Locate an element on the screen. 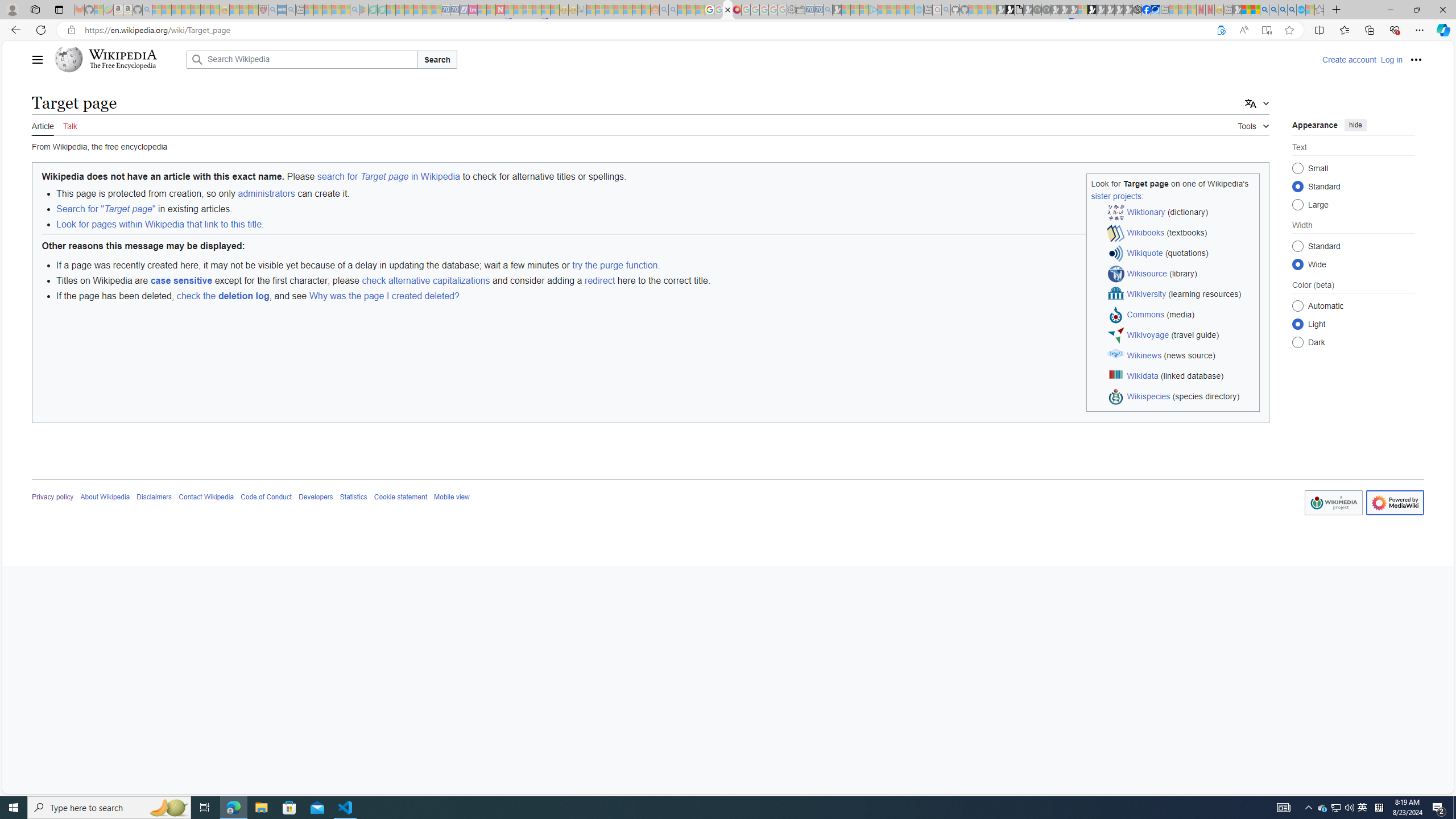 Image resolution: width=1456 pixels, height=819 pixels. 'Wikispecies (species directory)' is located at coordinates (1181, 396).